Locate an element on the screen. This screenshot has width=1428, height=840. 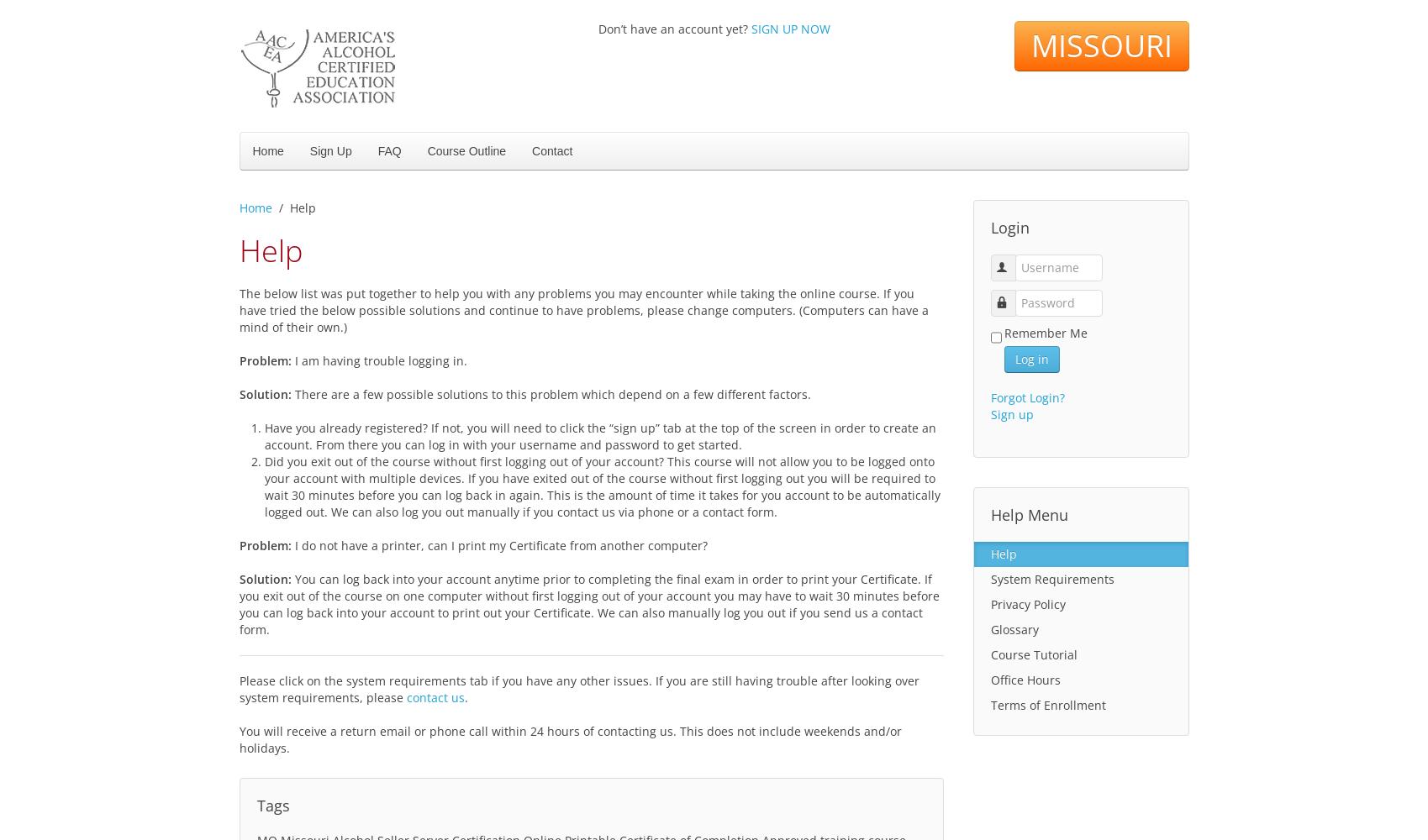
'Help Menu' is located at coordinates (1029, 514).